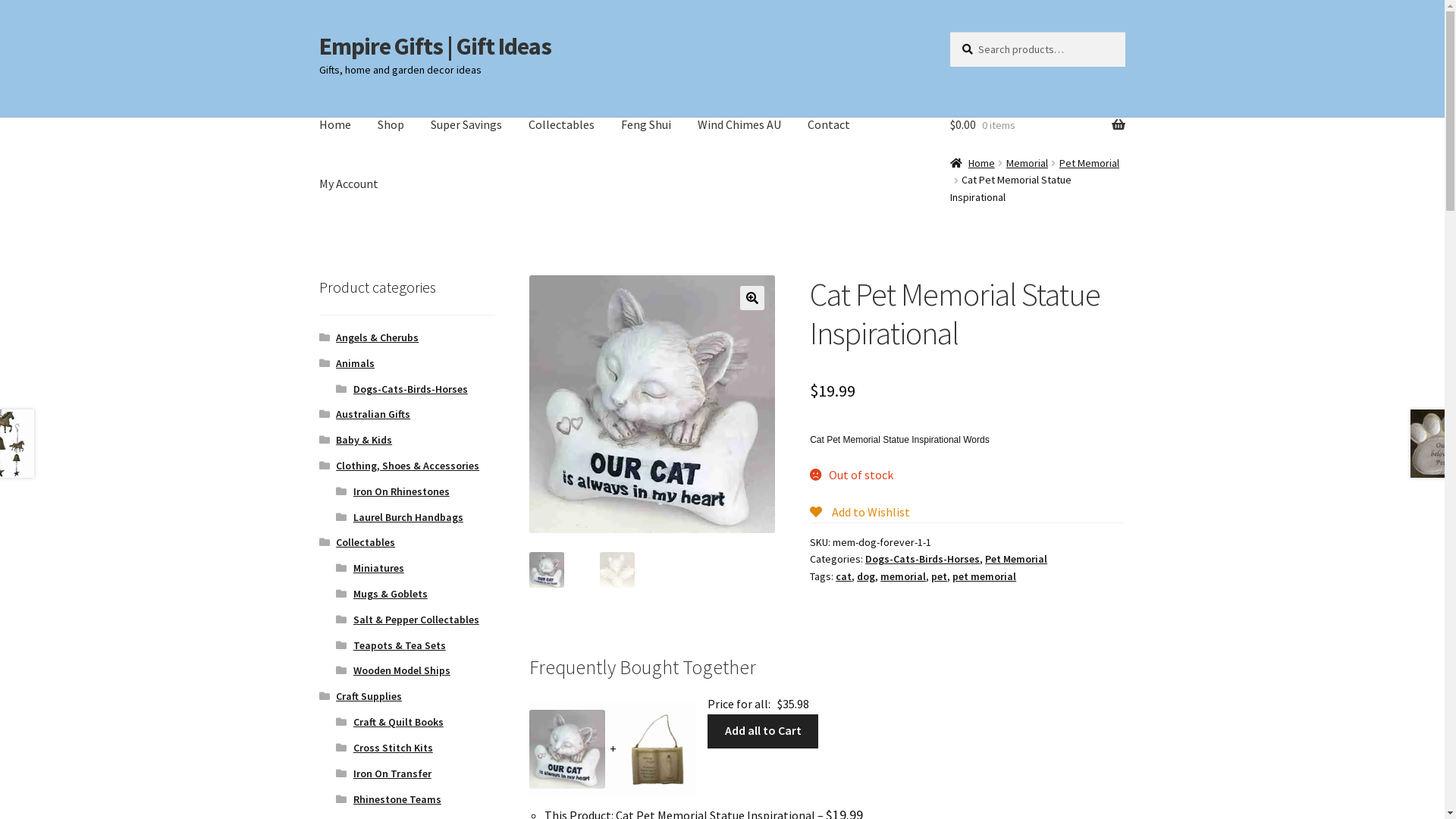  What do you see at coordinates (352, 567) in the screenshot?
I see `'Miniatures'` at bounding box center [352, 567].